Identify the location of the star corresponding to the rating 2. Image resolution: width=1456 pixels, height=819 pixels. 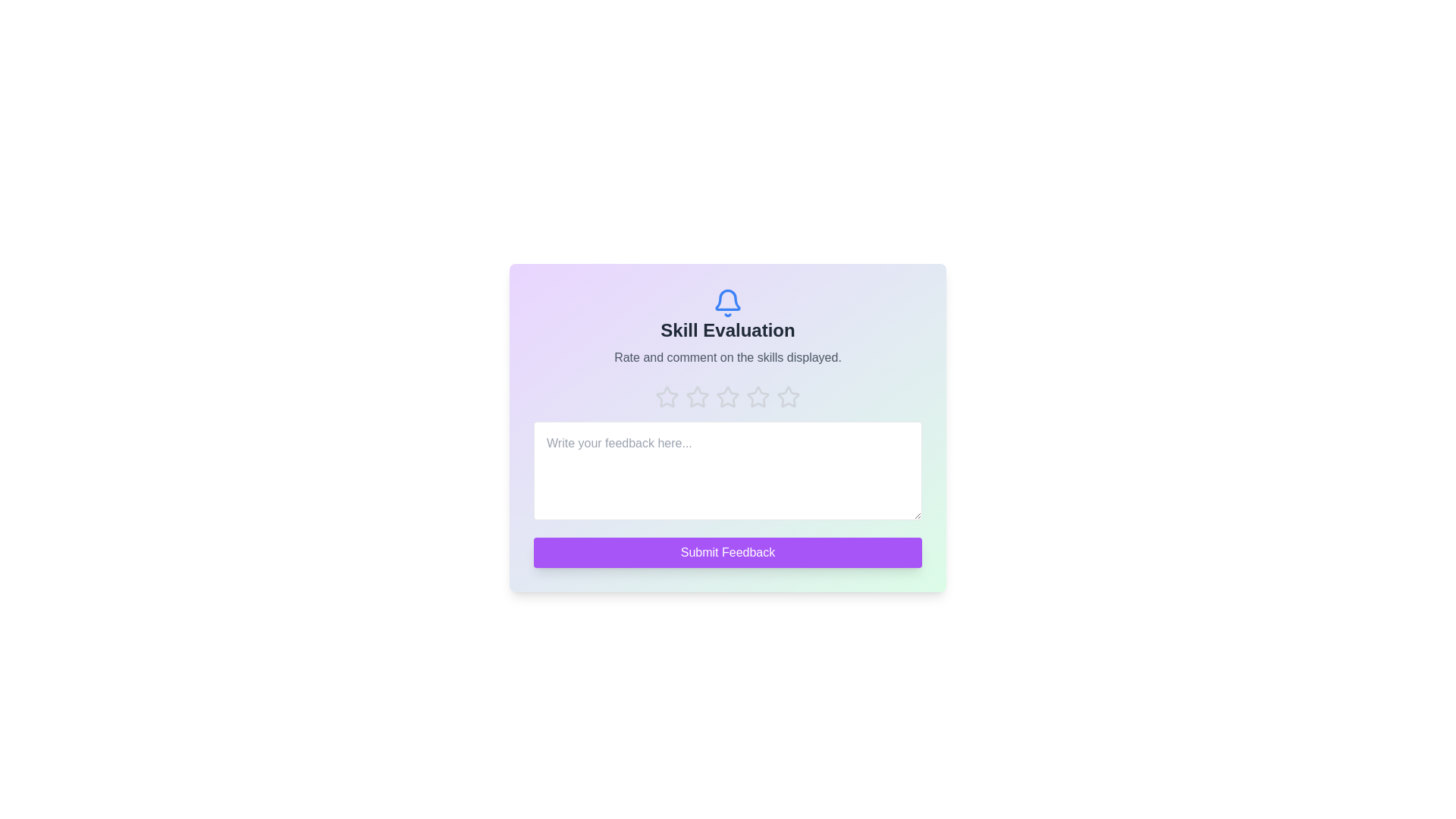
(697, 397).